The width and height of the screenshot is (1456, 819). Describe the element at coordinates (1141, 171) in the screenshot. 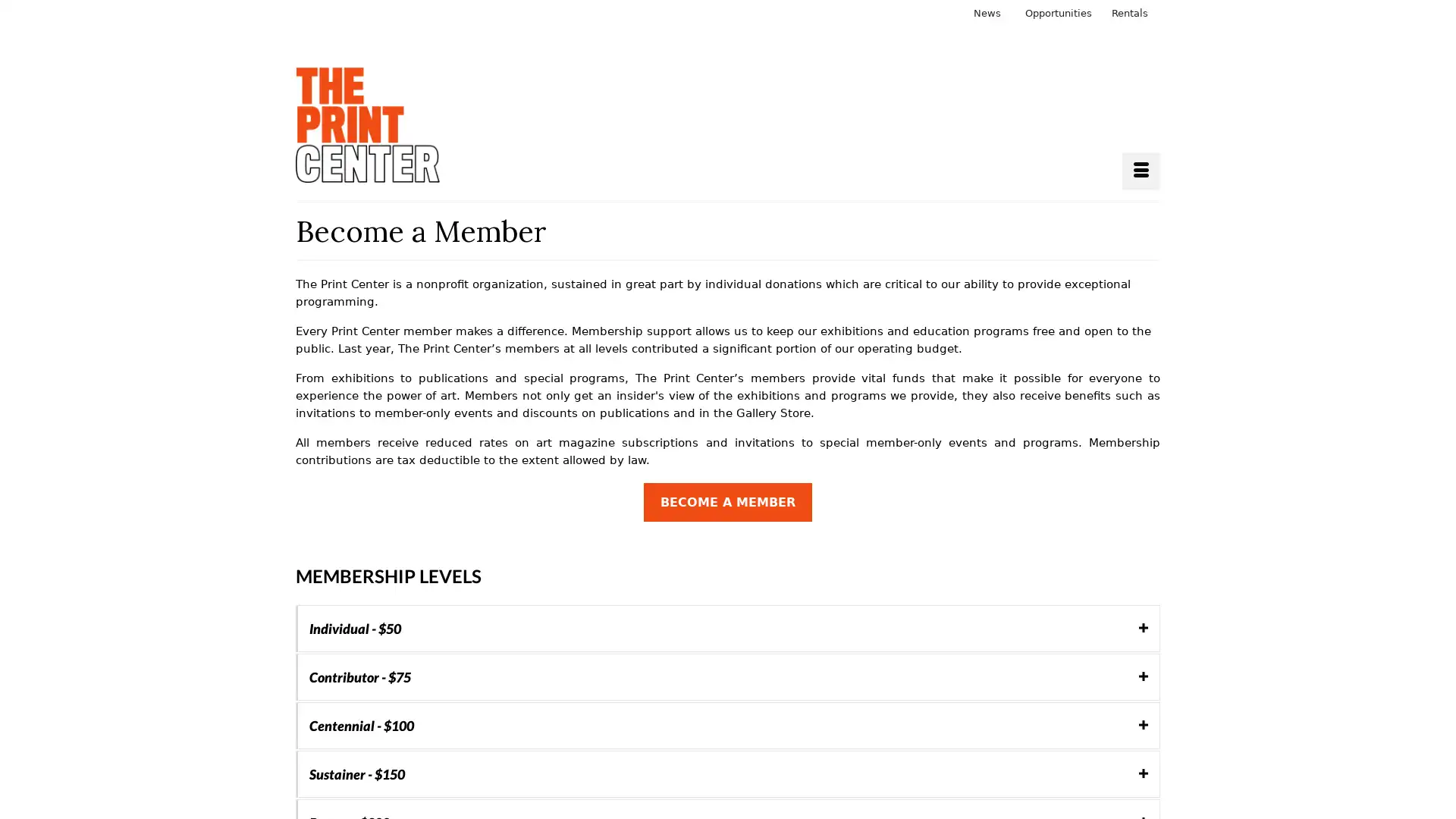

I see `Menu` at that location.